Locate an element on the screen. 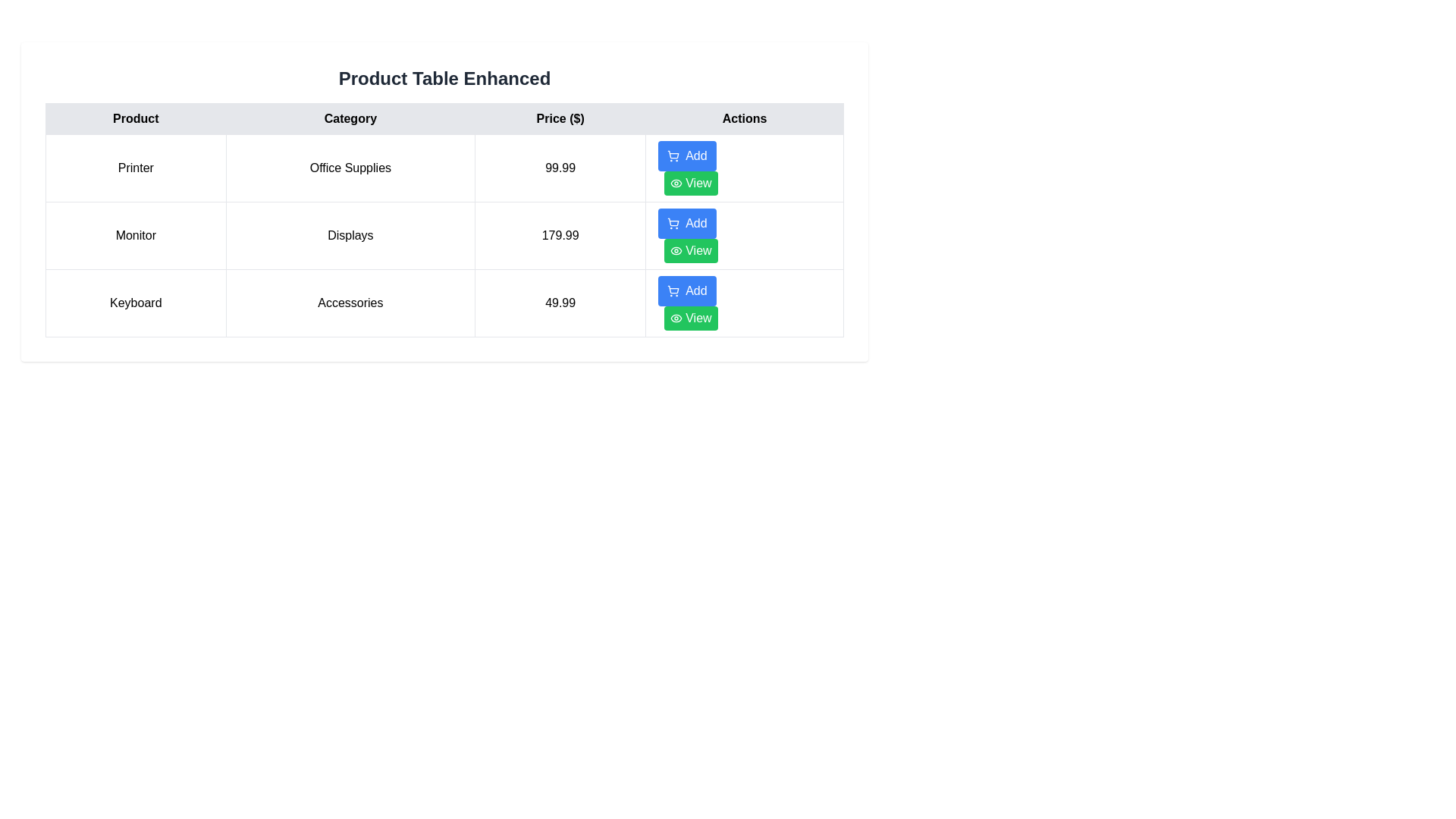 This screenshot has width=1456, height=819. the eye icon located centrally inside the 'View' button in the 'Actions' column of the 'Keyboard' row is located at coordinates (676, 318).